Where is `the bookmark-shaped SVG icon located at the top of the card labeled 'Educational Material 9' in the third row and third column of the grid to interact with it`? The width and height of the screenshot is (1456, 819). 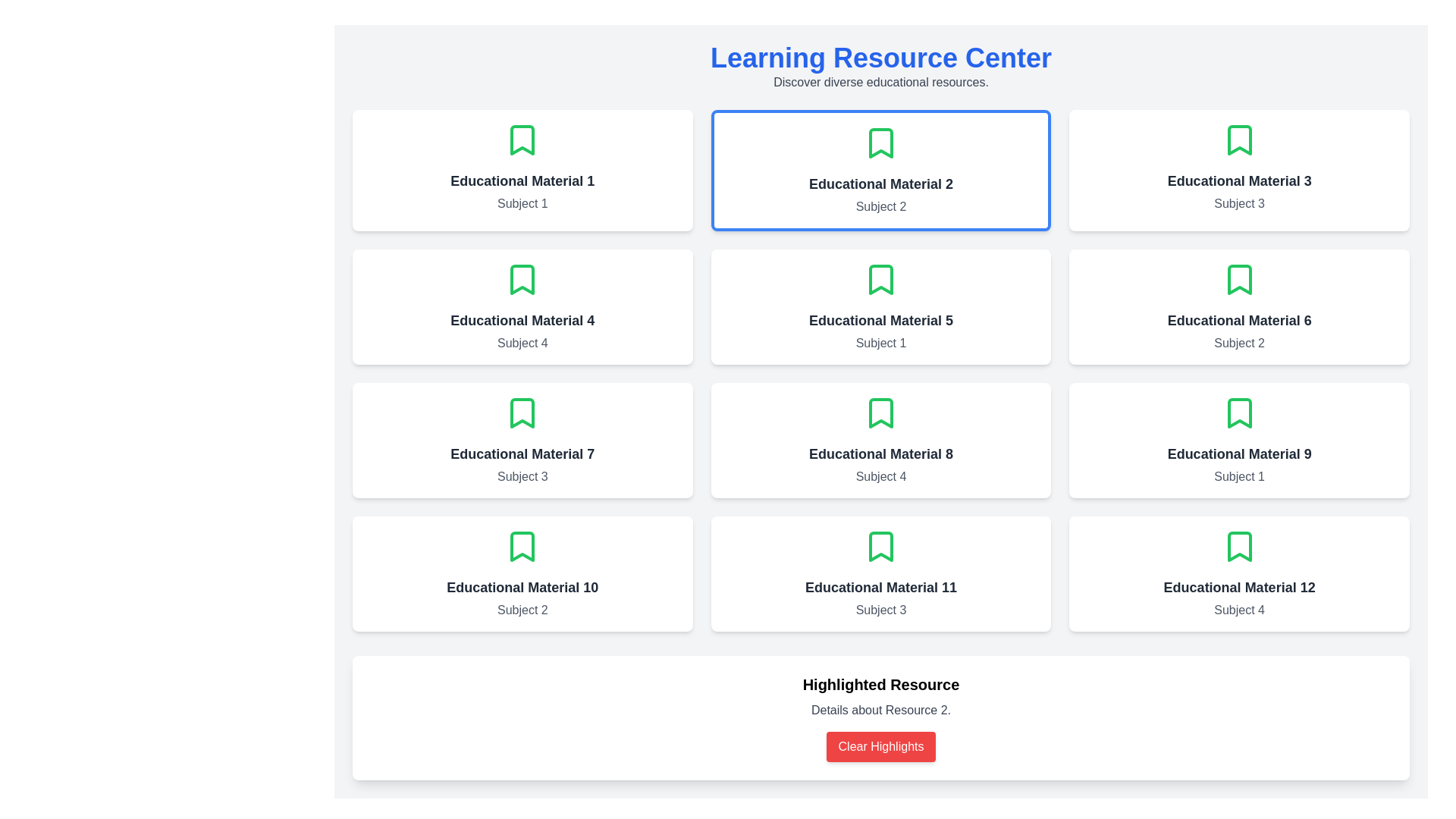
the bookmark-shaped SVG icon located at the top of the card labeled 'Educational Material 9' in the third row and third column of the grid to interact with it is located at coordinates (1239, 413).